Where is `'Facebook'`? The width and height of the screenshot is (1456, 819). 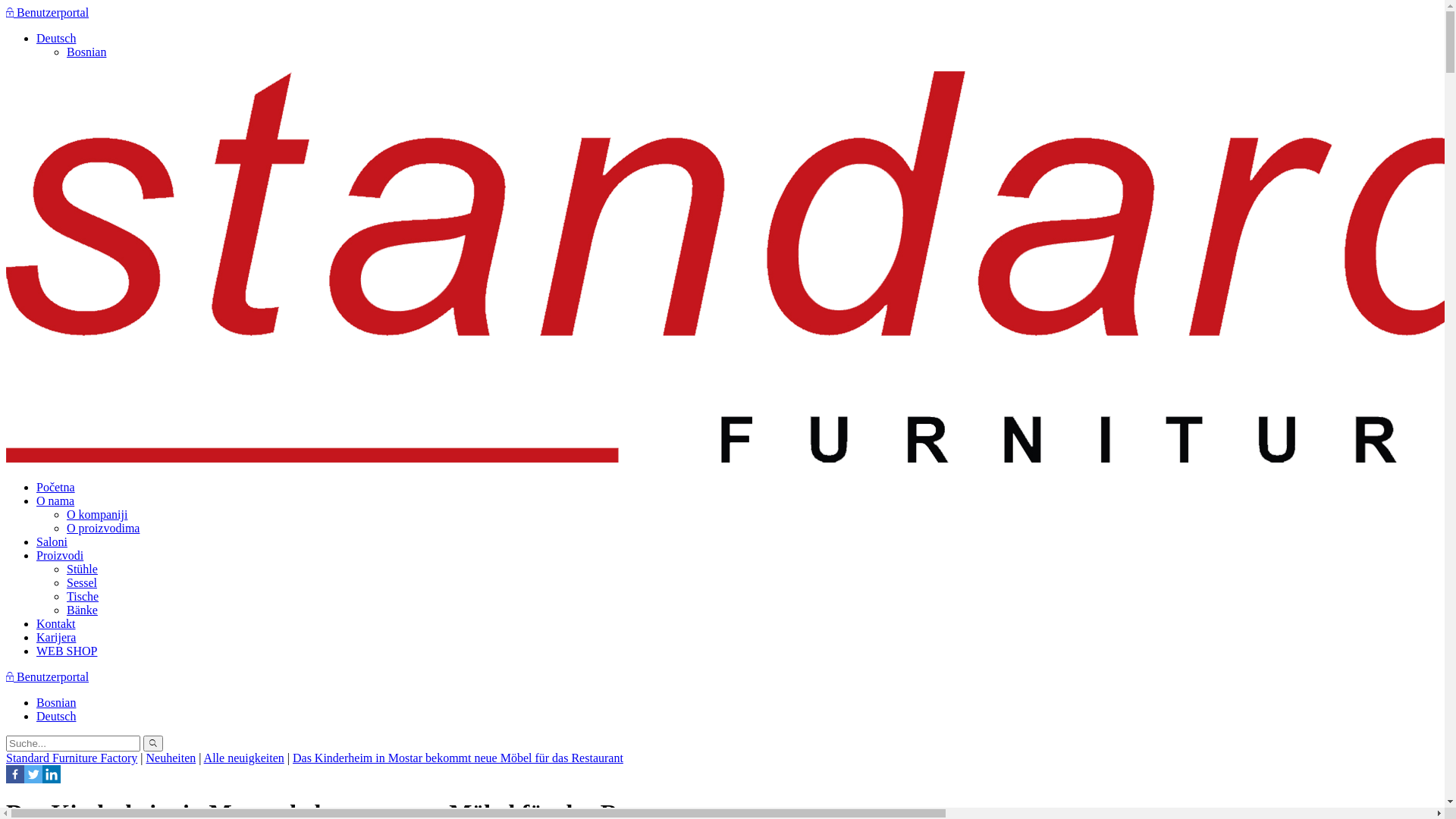
'Facebook' is located at coordinates (6, 774).